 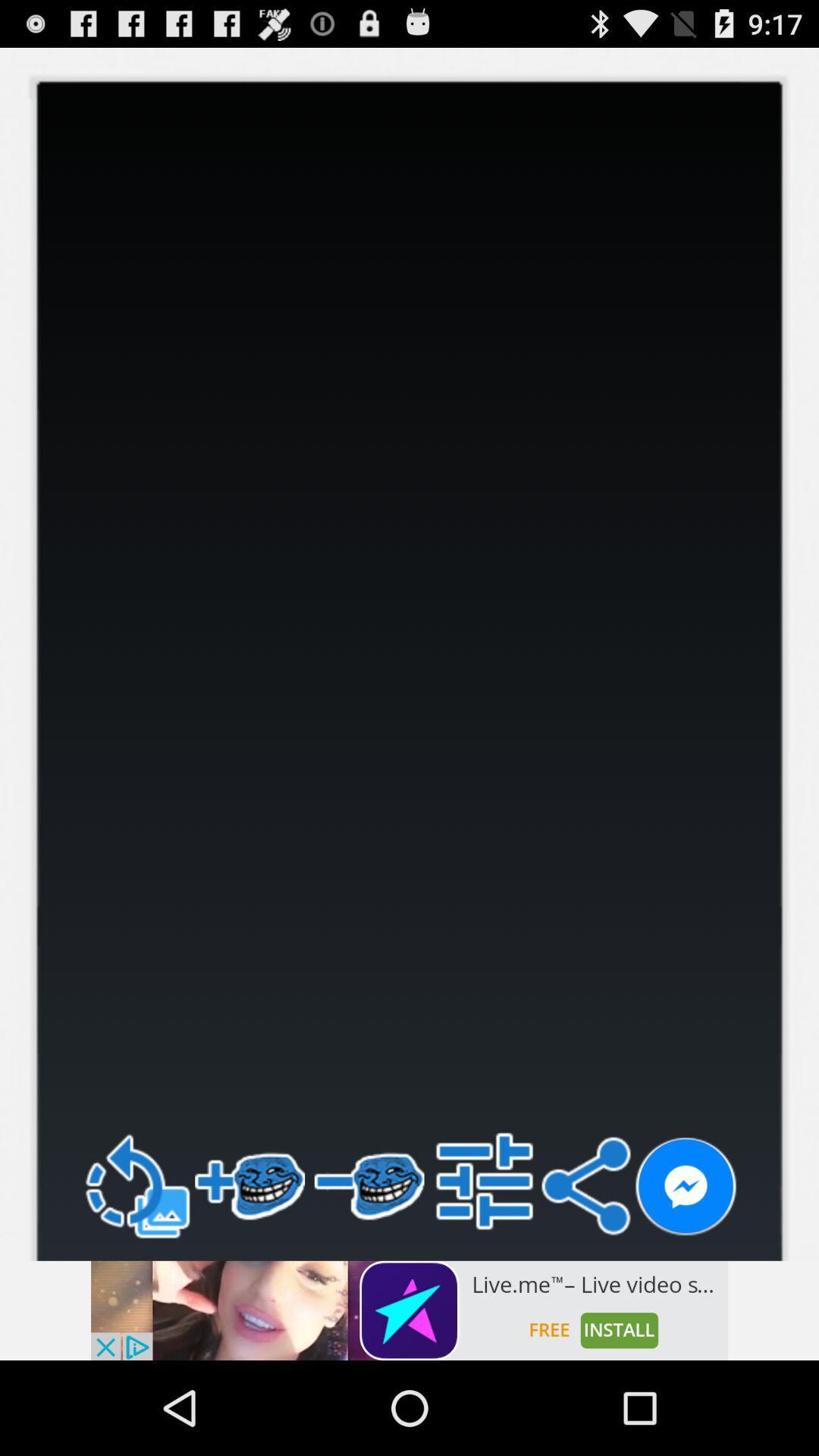 What do you see at coordinates (686, 1186) in the screenshot?
I see `switch autoplay option` at bounding box center [686, 1186].